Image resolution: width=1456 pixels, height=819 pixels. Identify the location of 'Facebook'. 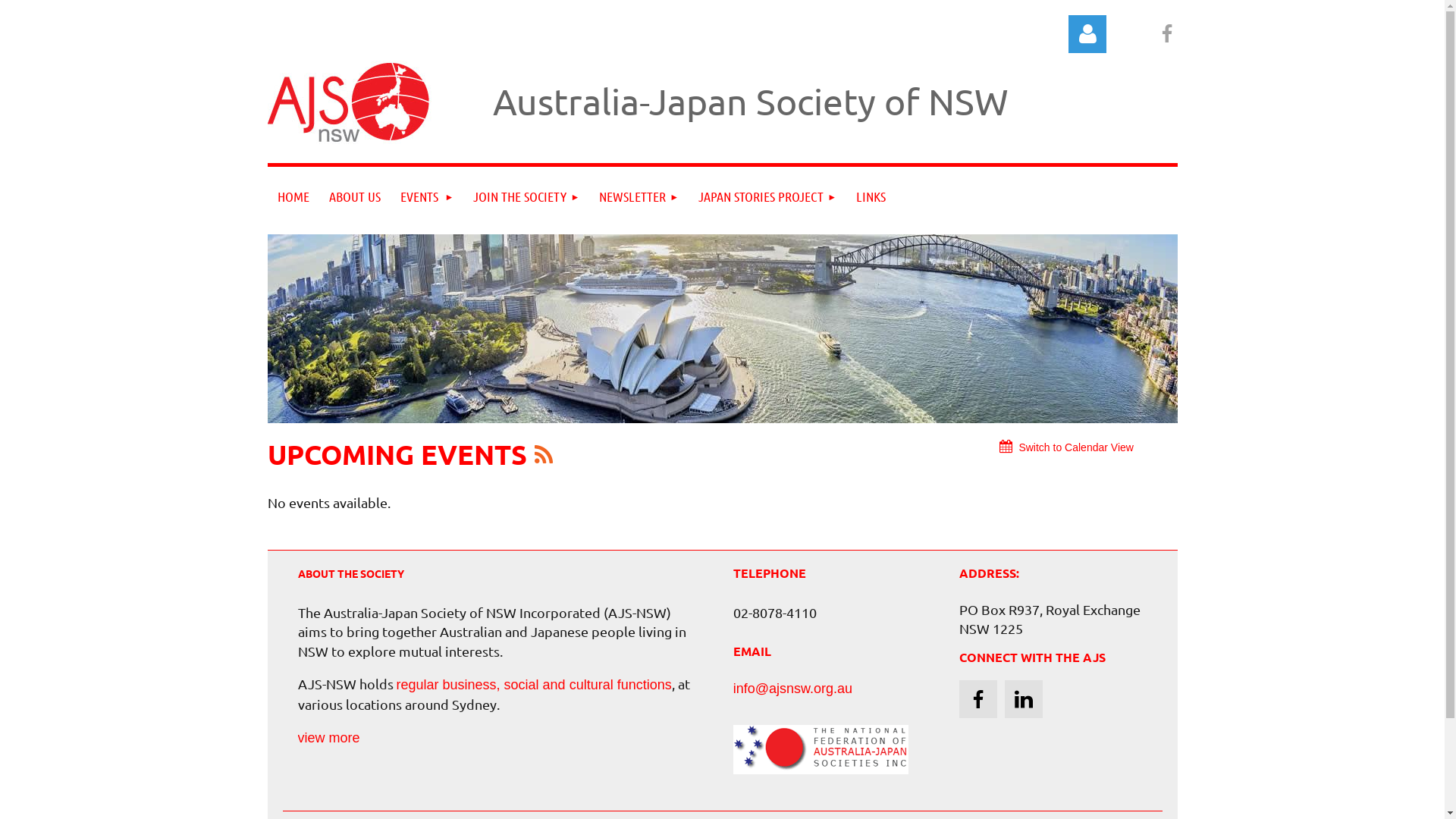
(978, 698).